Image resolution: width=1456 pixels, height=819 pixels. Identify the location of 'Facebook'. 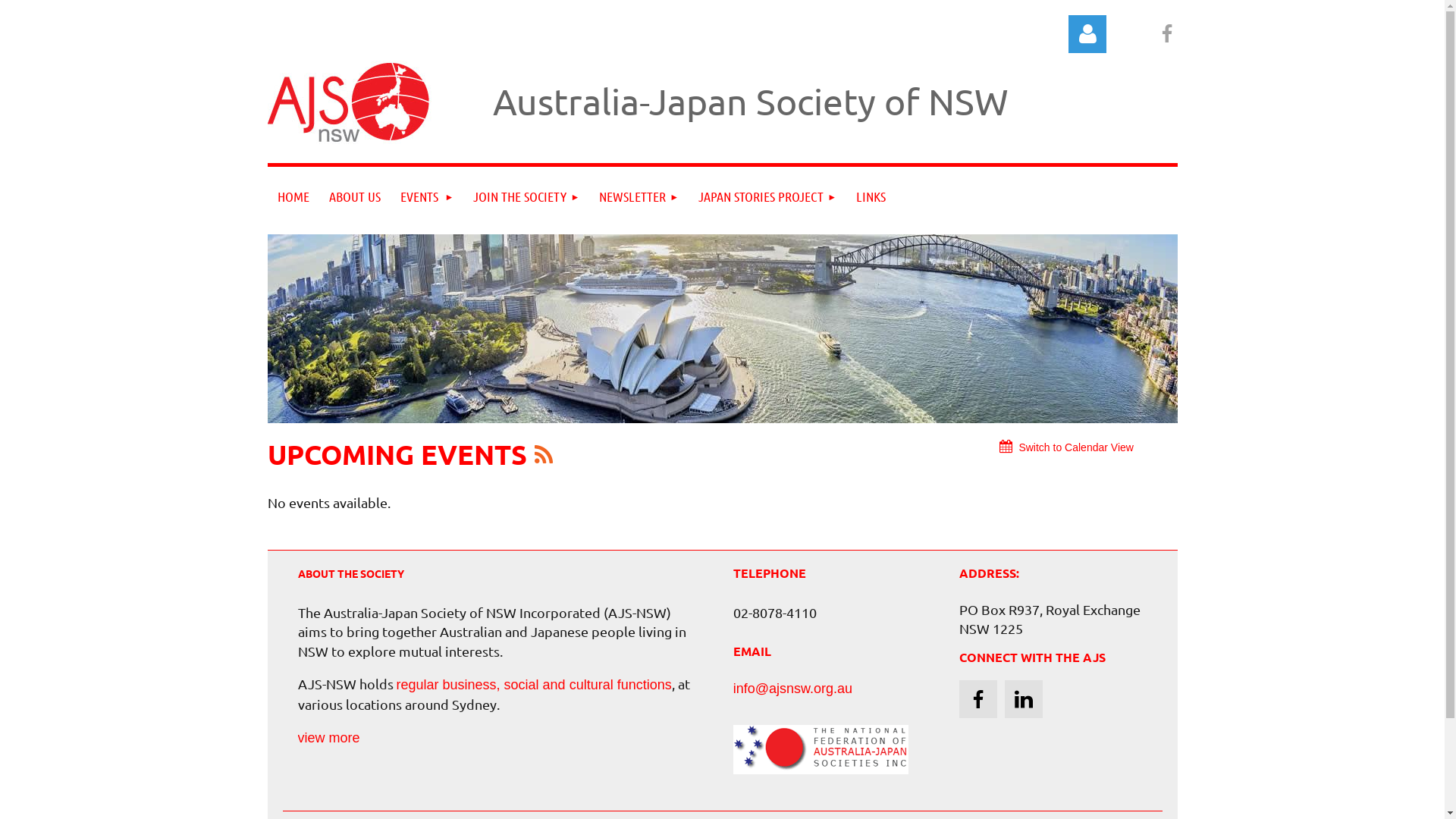
(978, 698).